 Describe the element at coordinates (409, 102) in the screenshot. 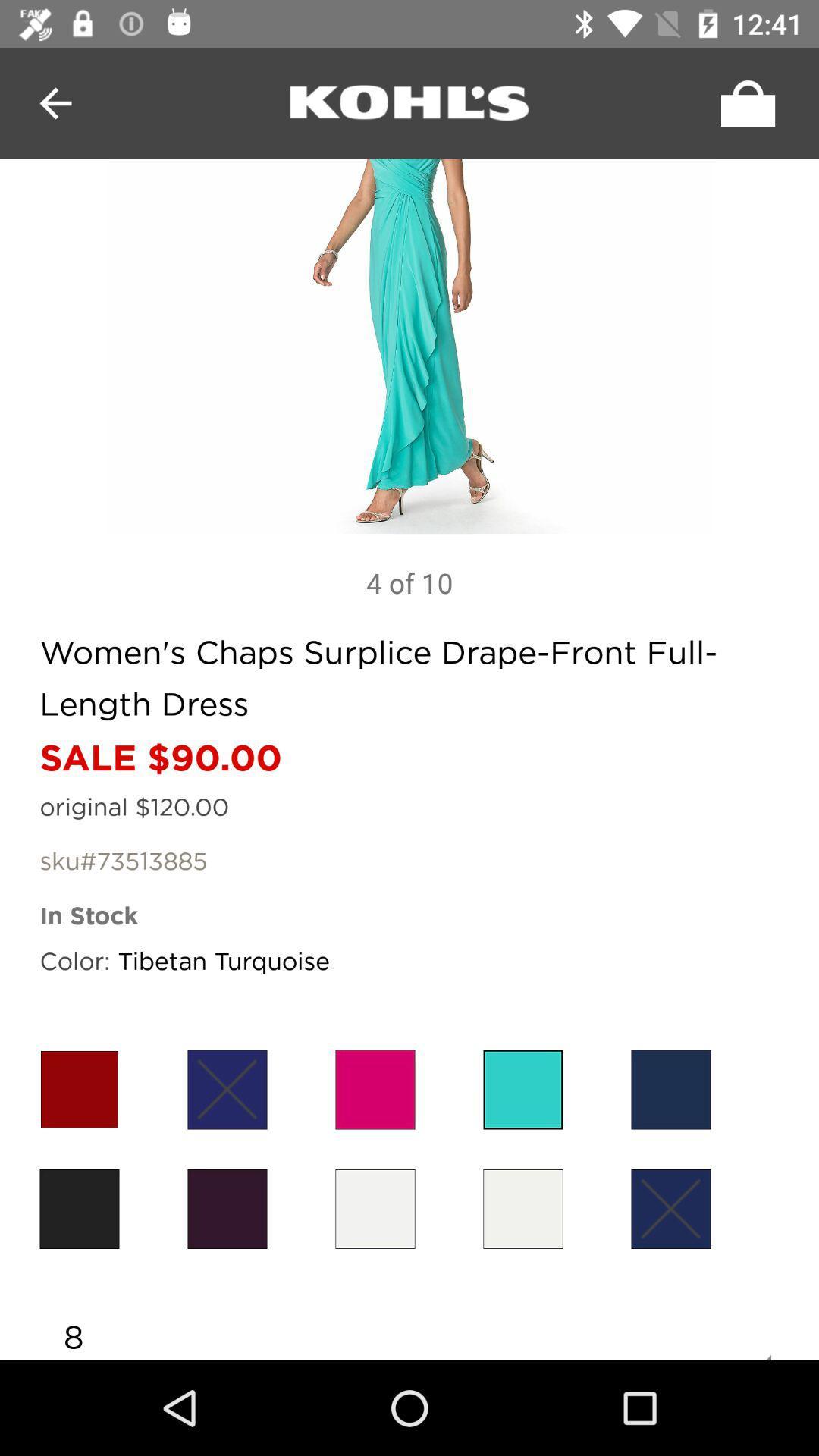

I see `the menu icon` at that location.